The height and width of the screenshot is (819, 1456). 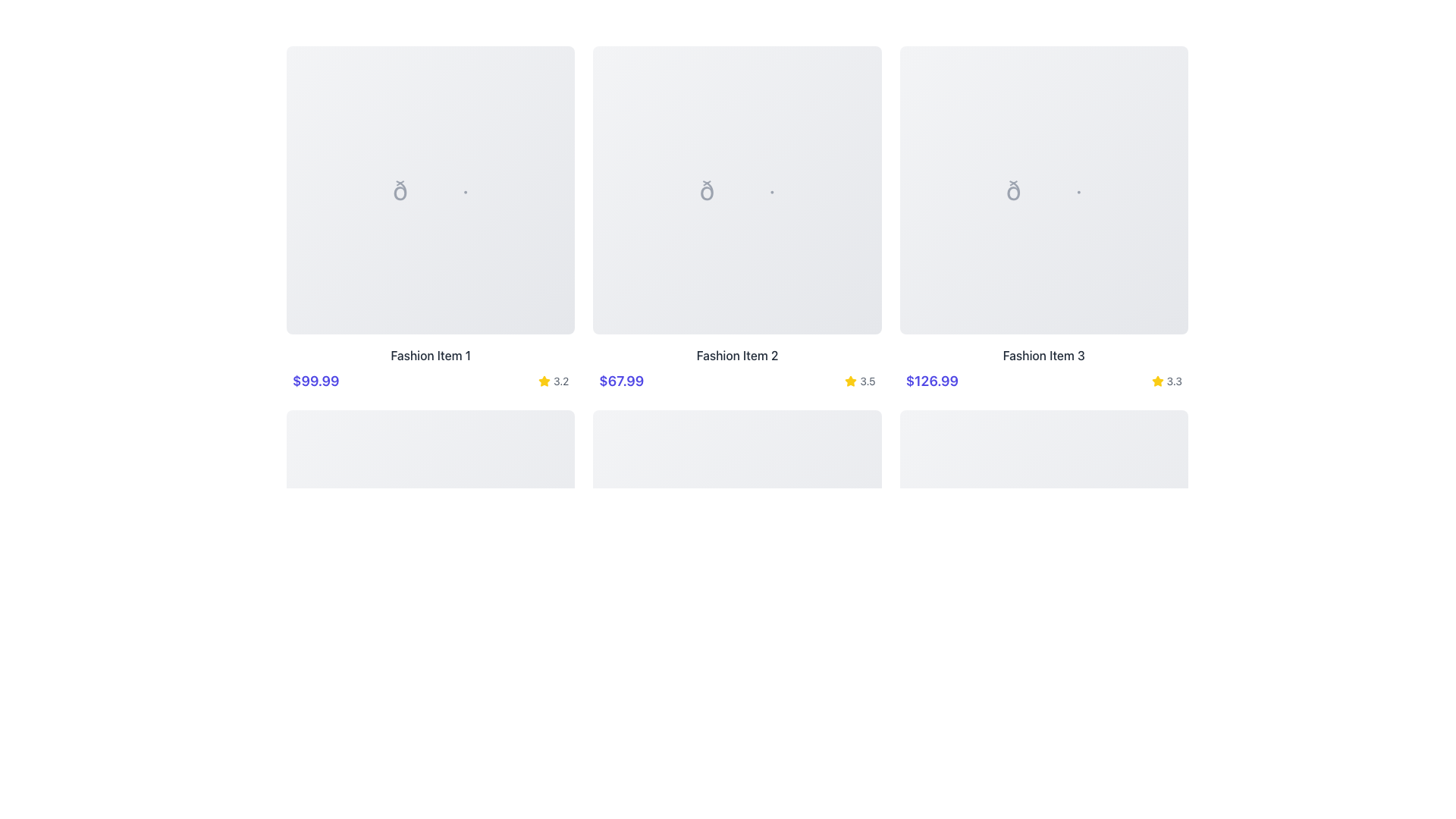 I want to click on the Text label displaying the rating score (3.3) for the product 'Fashion Item 3', located in the rating section to the right of the star icon, so click(x=1173, y=381).